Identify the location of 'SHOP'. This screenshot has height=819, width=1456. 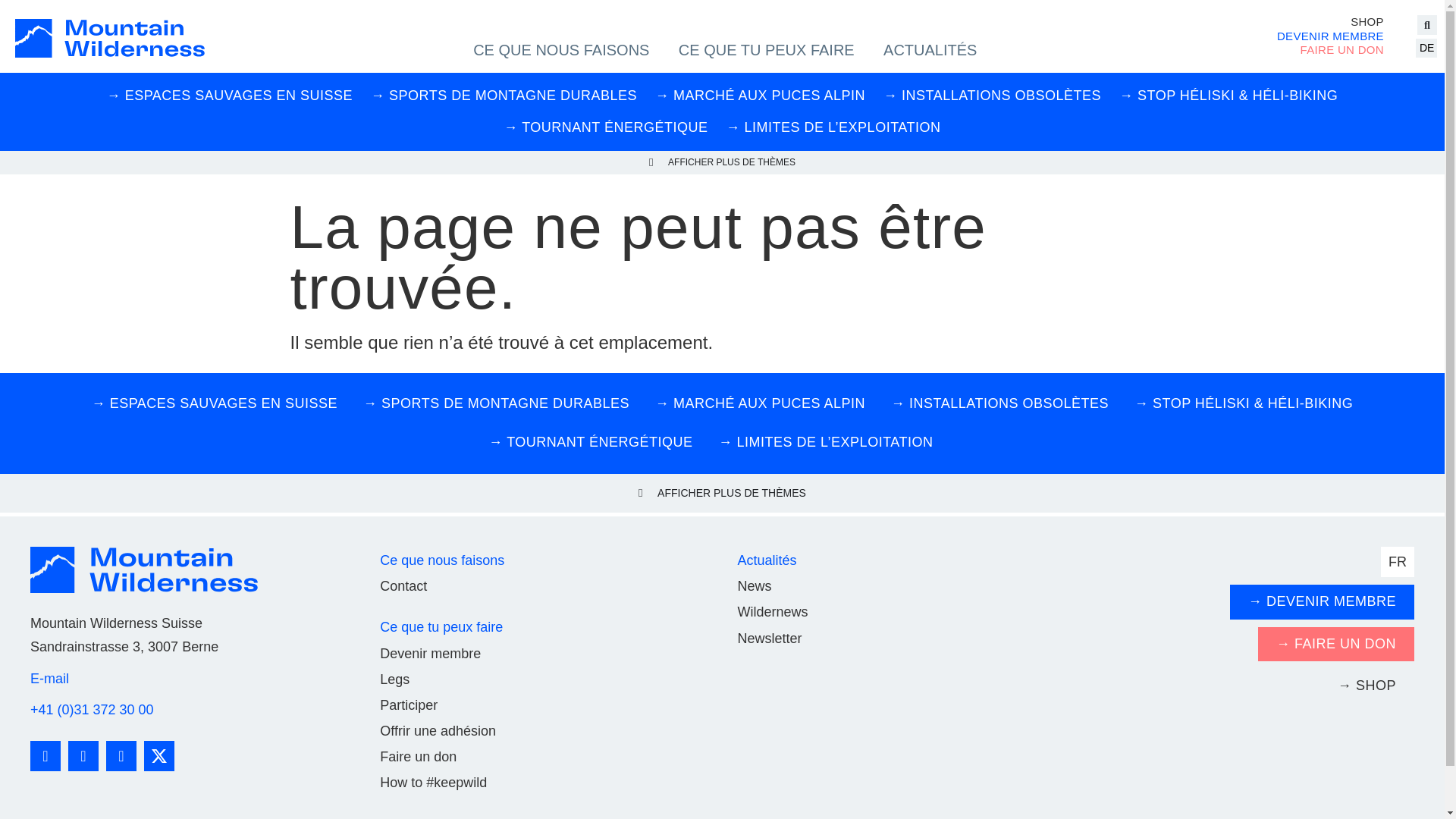
(1329, 22).